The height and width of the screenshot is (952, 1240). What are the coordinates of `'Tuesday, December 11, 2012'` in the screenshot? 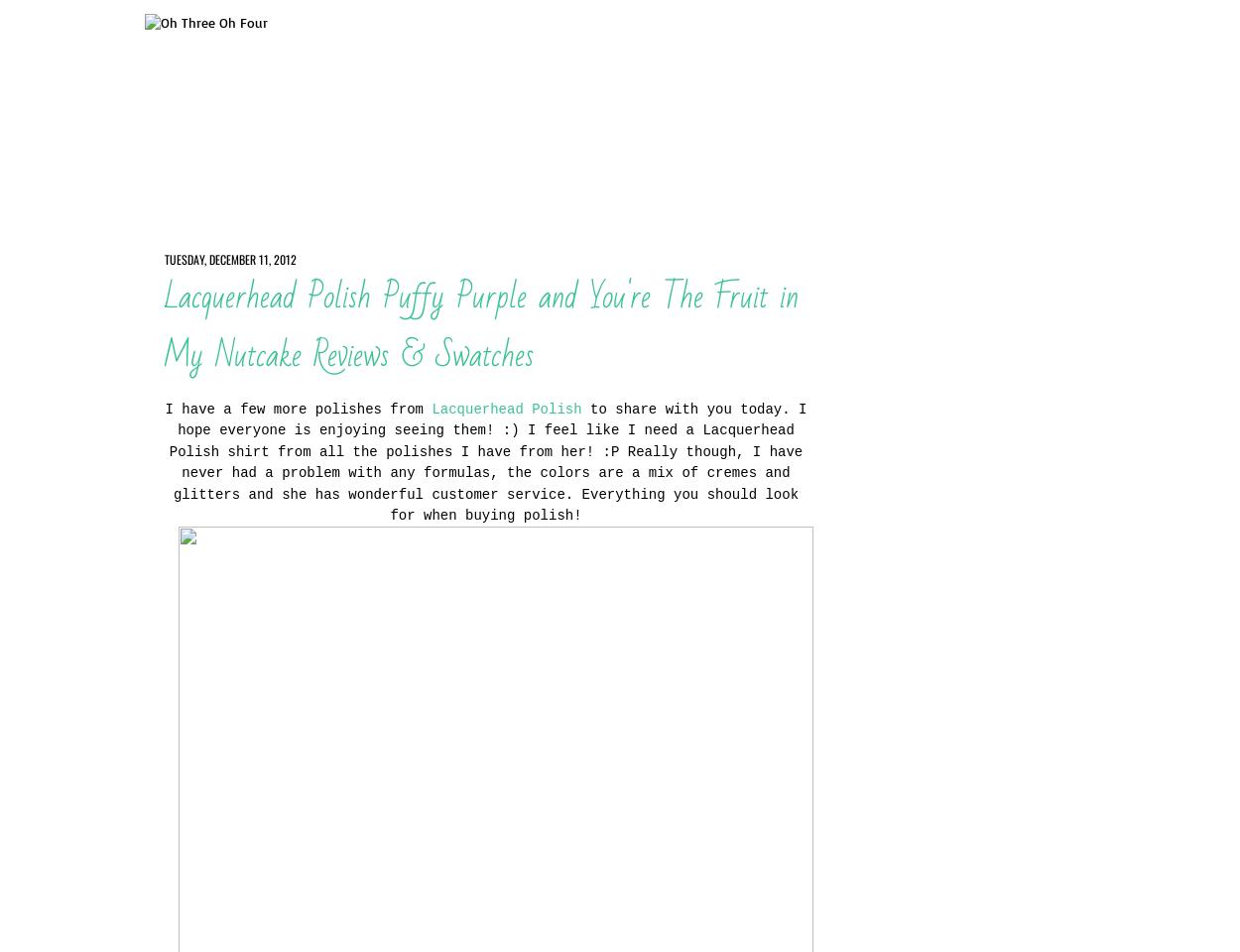 It's located at (228, 257).